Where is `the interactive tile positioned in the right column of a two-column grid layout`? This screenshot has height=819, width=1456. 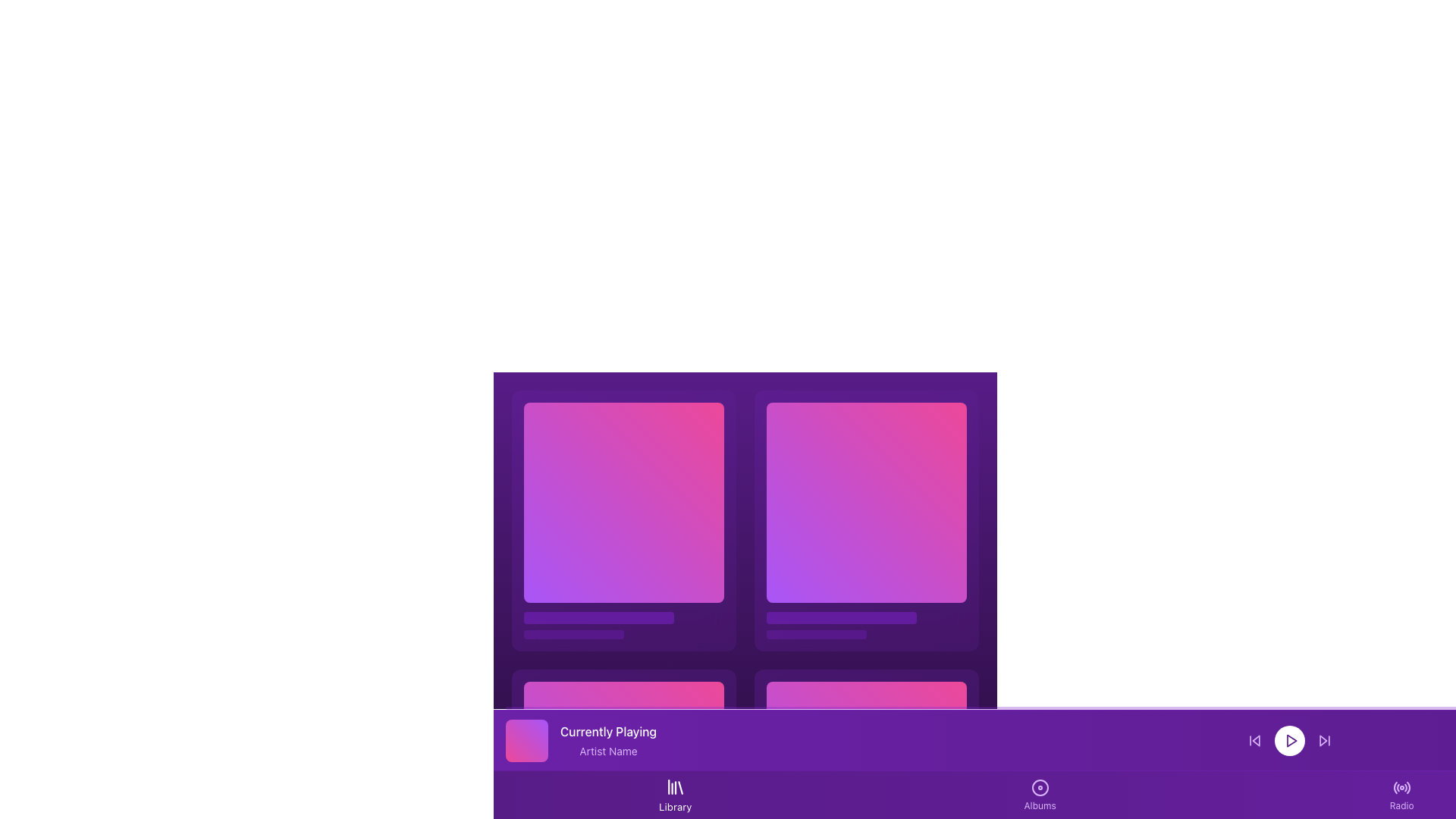
the interactive tile positioned in the right column of a two-column grid layout is located at coordinates (866, 519).